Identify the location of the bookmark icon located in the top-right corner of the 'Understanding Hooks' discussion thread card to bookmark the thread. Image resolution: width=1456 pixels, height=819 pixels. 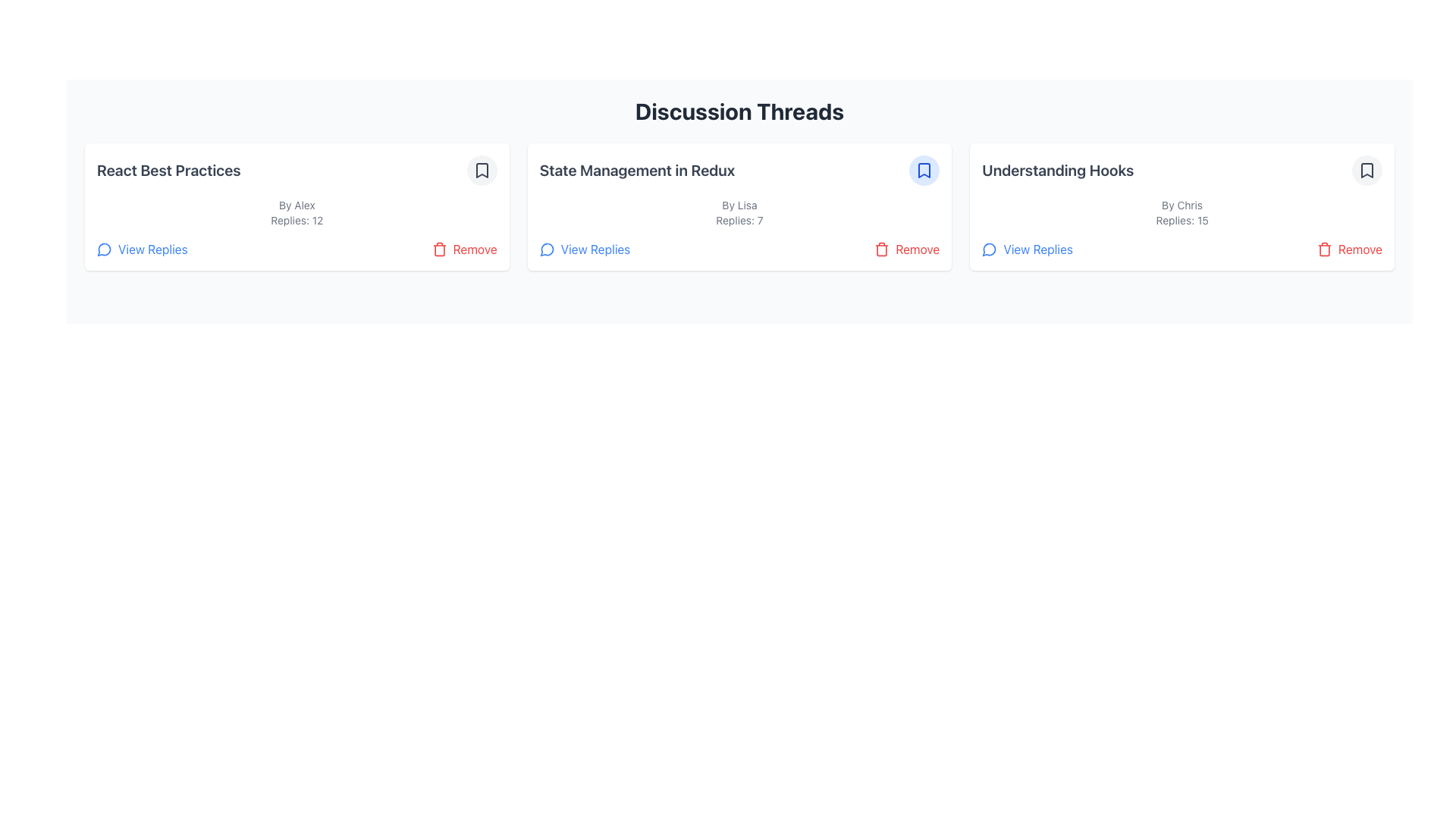
(1367, 170).